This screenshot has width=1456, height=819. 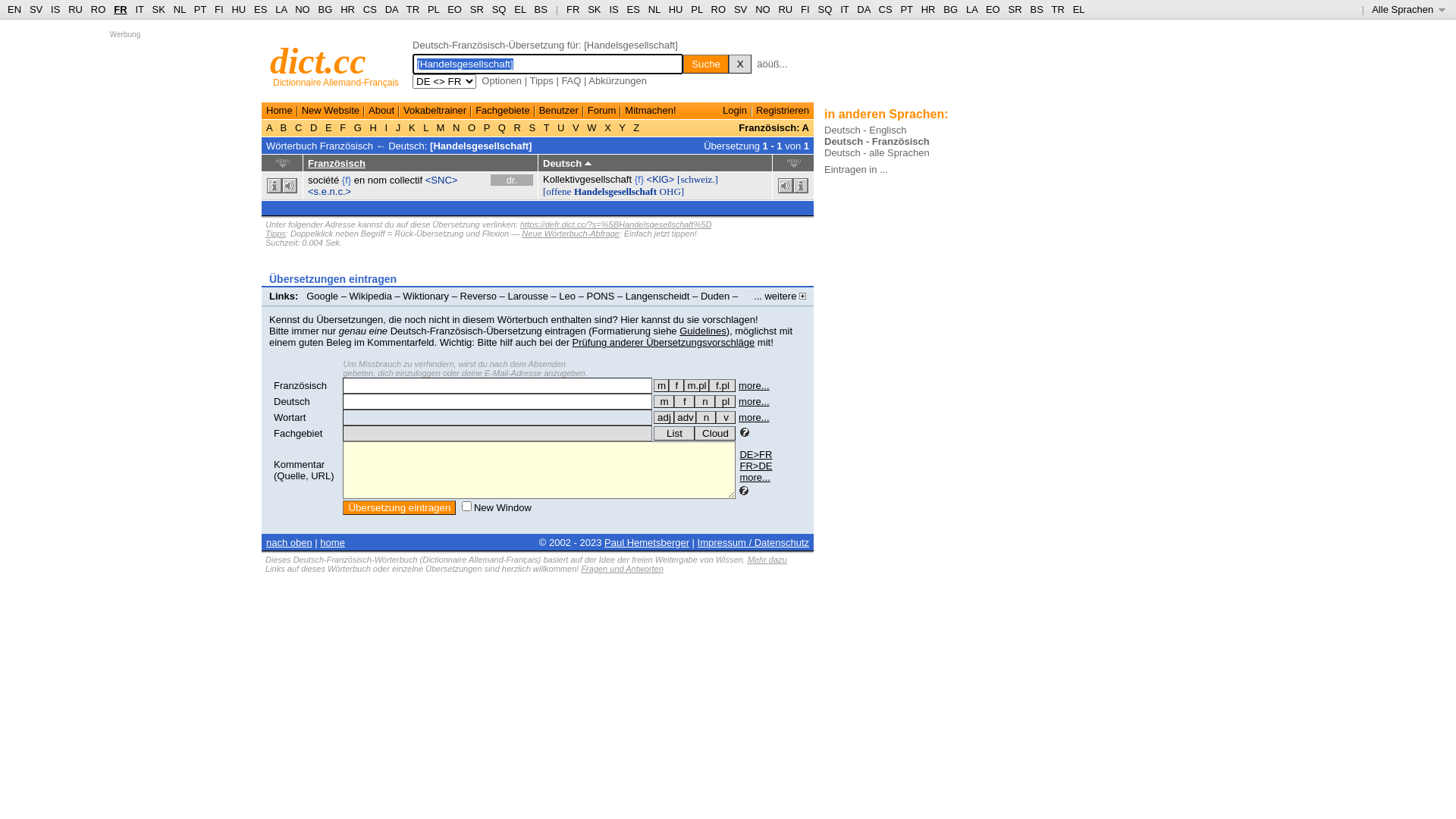 What do you see at coordinates (1407, 9) in the screenshot?
I see `'Alle Sprachen '` at bounding box center [1407, 9].